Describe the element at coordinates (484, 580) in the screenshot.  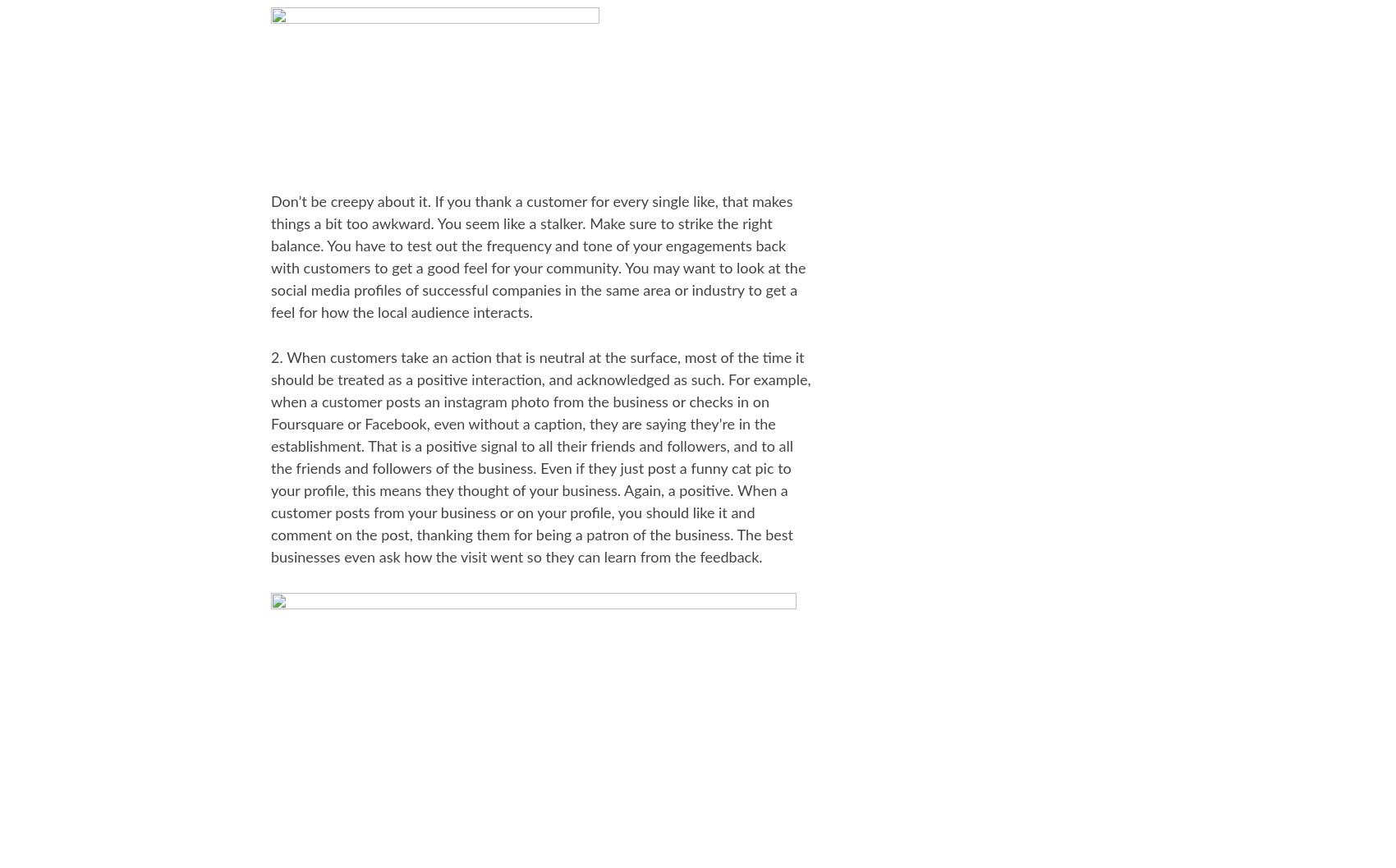
I see `'Latest'` at that location.